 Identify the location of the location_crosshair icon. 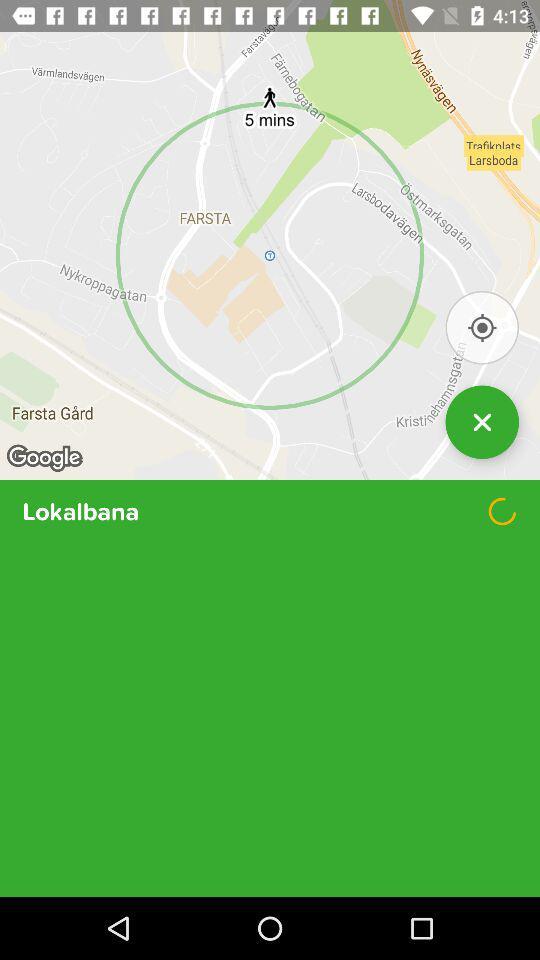
(481, 350).